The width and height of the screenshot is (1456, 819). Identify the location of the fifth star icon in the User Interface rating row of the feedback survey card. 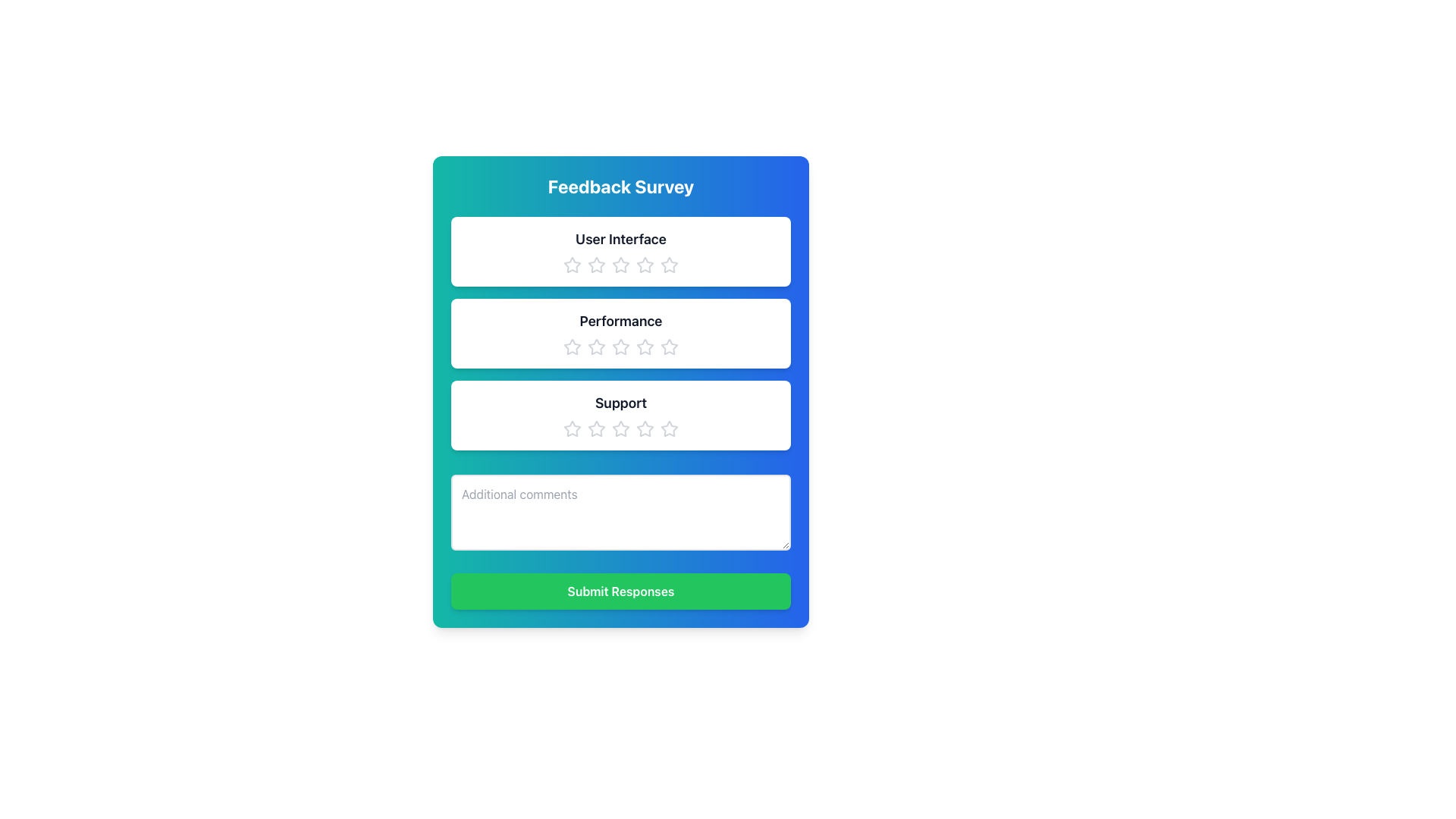
(621, 265).